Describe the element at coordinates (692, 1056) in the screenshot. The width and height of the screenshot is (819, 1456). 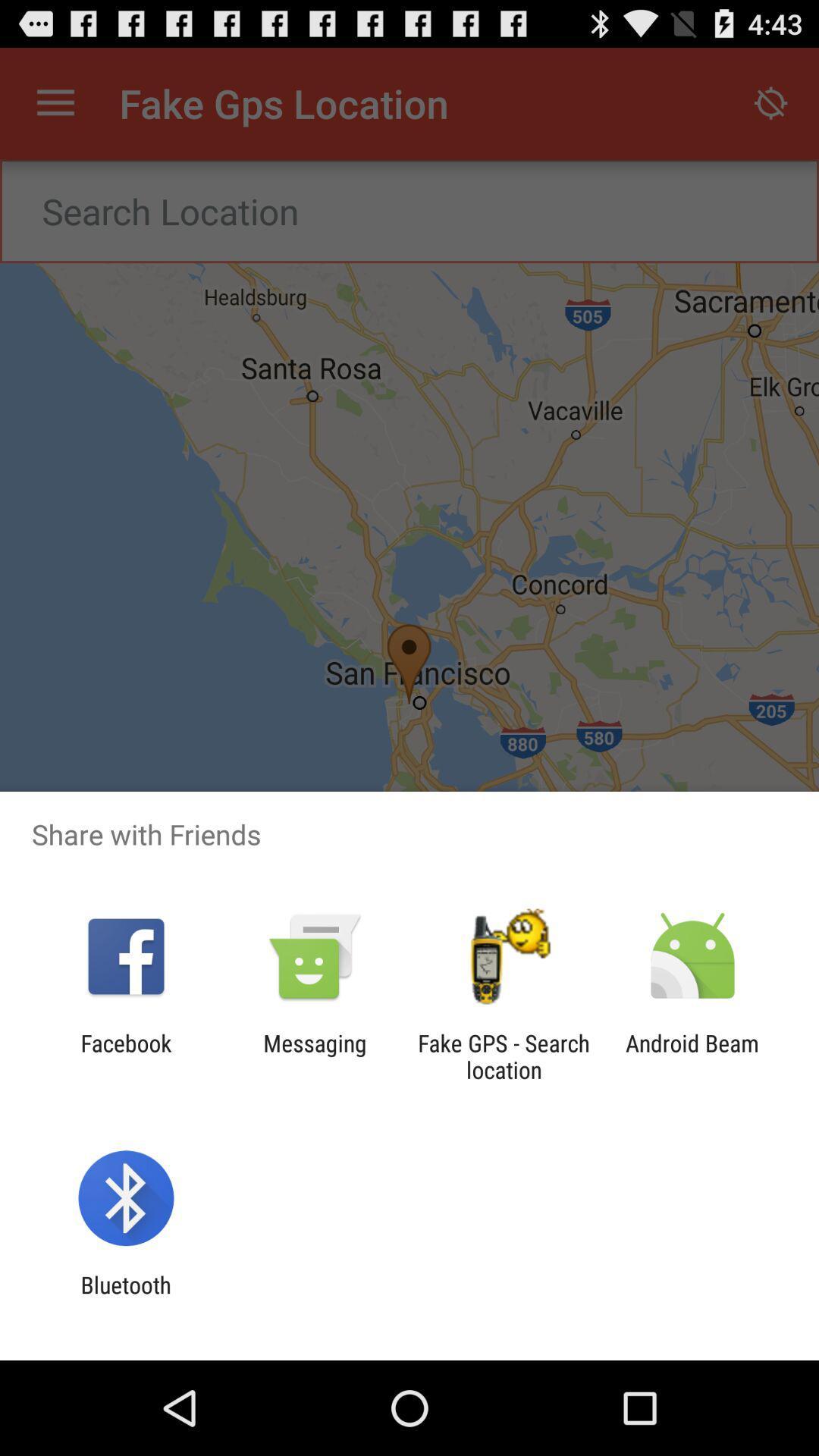
I see `the app to the right of the fake gps search` at that location.